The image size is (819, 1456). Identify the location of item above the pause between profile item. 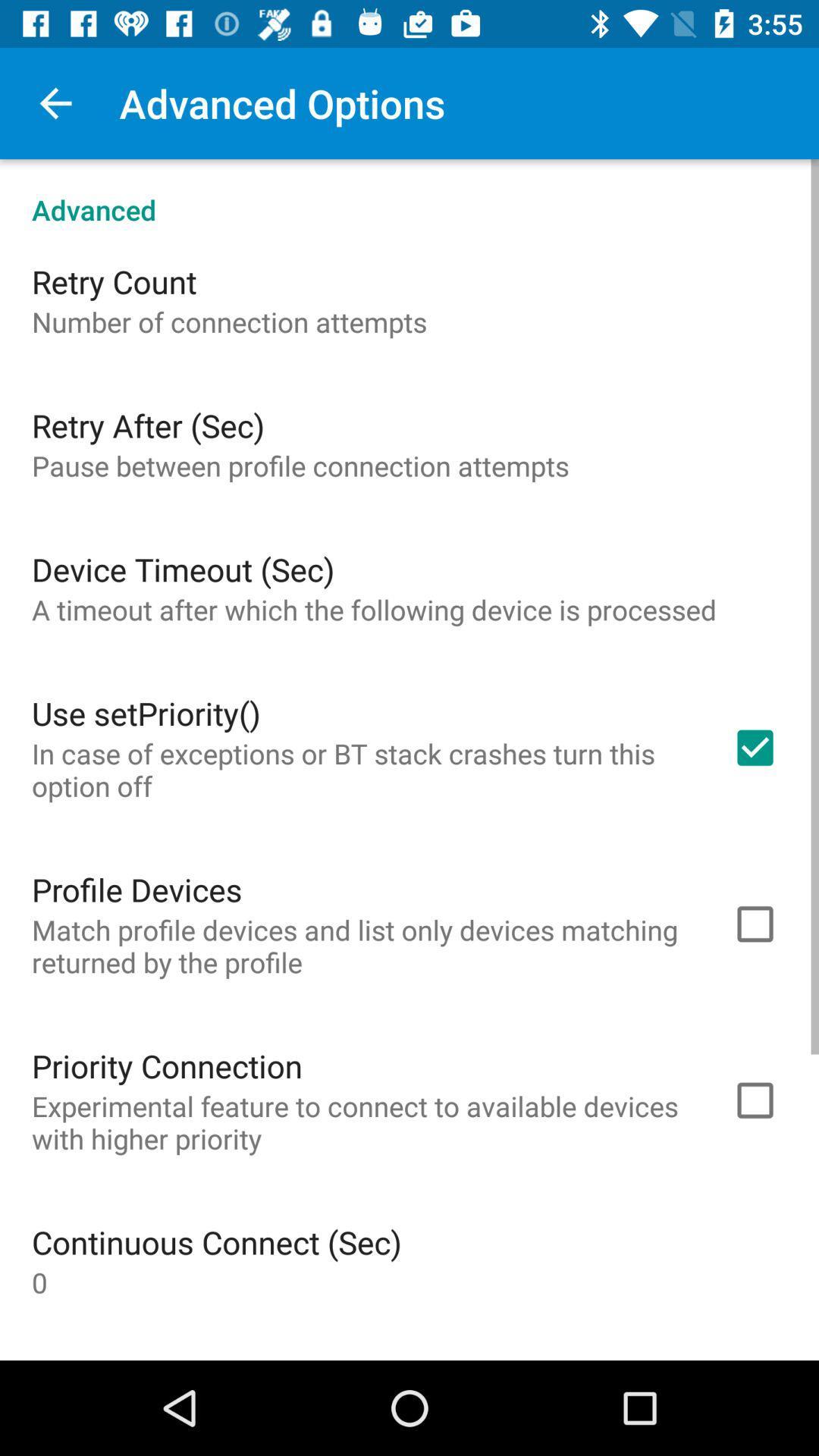
(148, 425).